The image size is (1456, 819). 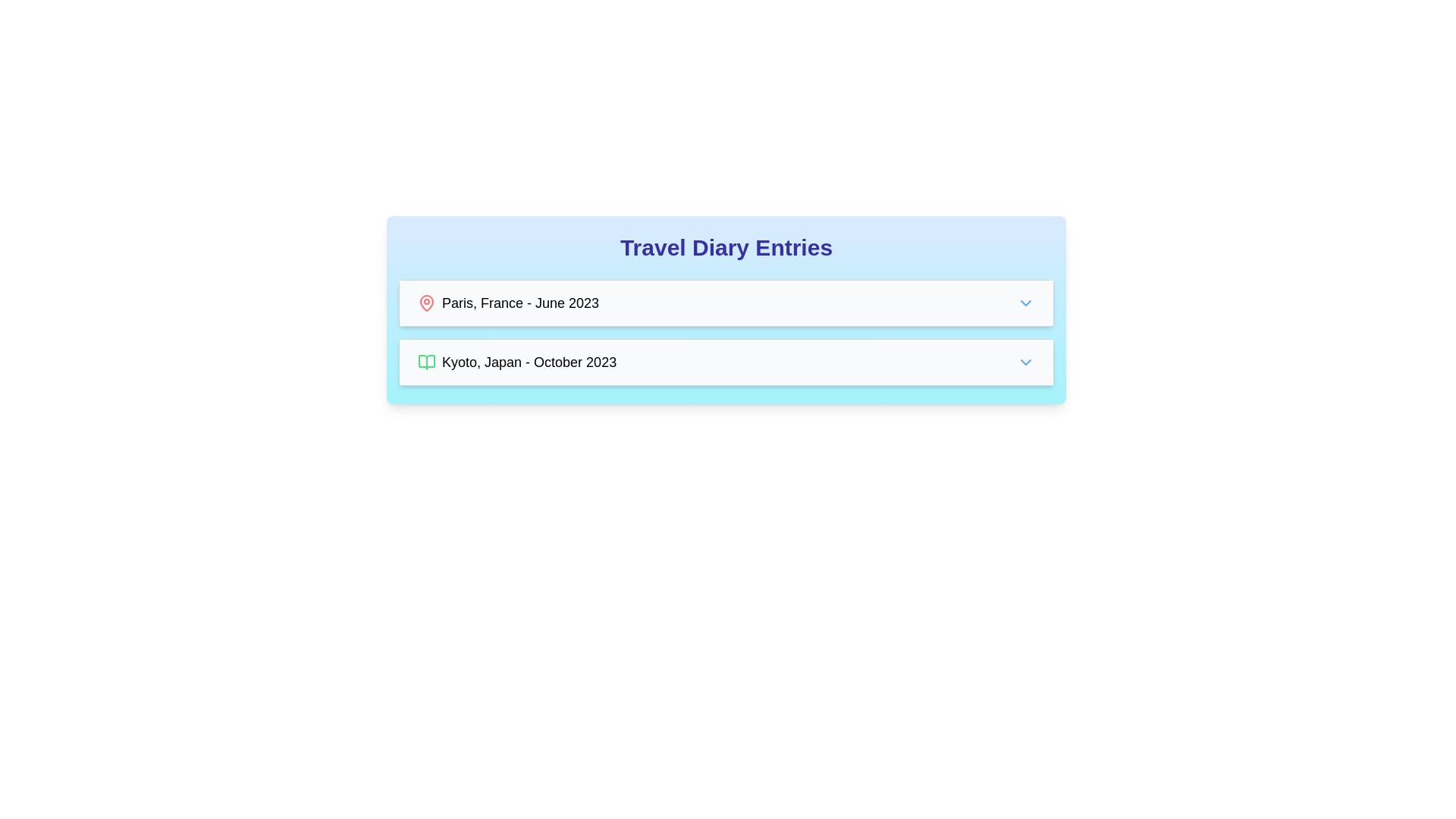 I want to click on the first list item in the travel diary entries, which displays 'Paris, France - June 2023' with a red map pin icon on the left and a blue chevron-down icon on the right, so click(x=726, y=303).